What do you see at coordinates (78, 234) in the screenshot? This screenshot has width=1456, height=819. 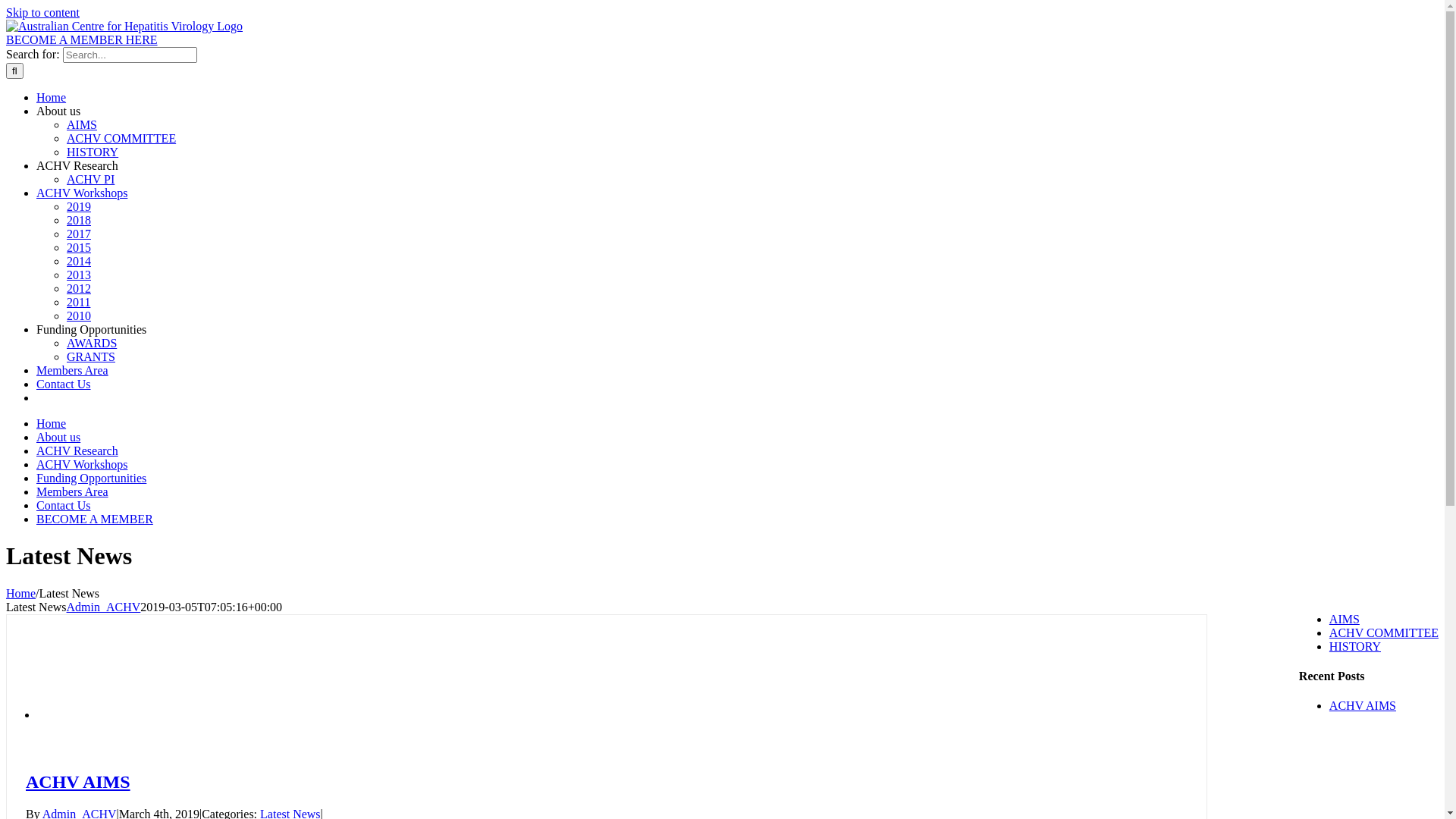 I see `'2017'` at bounding box center [78, 234].